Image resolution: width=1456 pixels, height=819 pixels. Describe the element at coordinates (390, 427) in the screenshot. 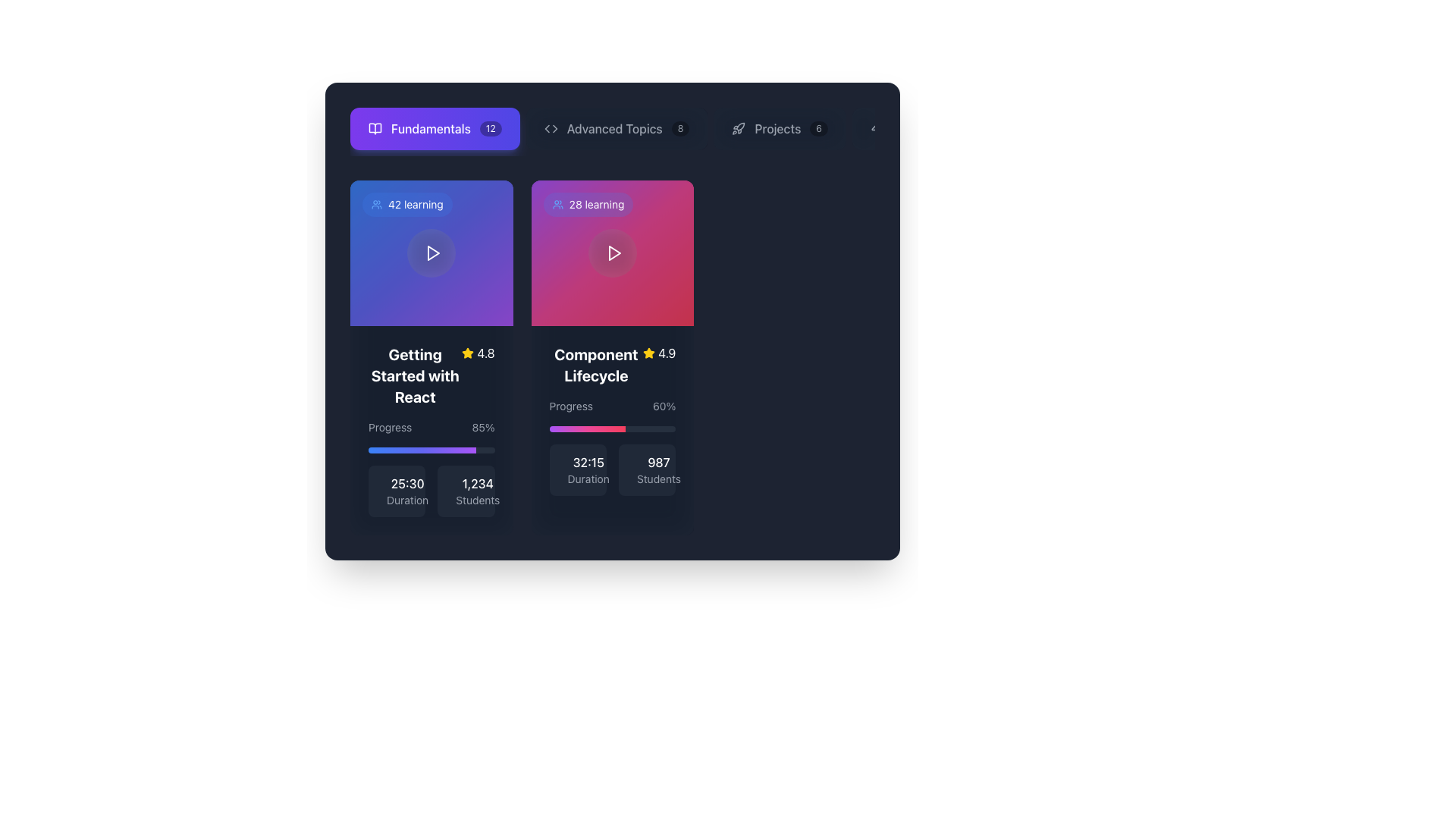

I see `the text label displaying 'Progress' in light gray color, which is positioned to the left of the percentage value '85%' in the lower part of a card for the course 'Getting Started with React'` at that location.